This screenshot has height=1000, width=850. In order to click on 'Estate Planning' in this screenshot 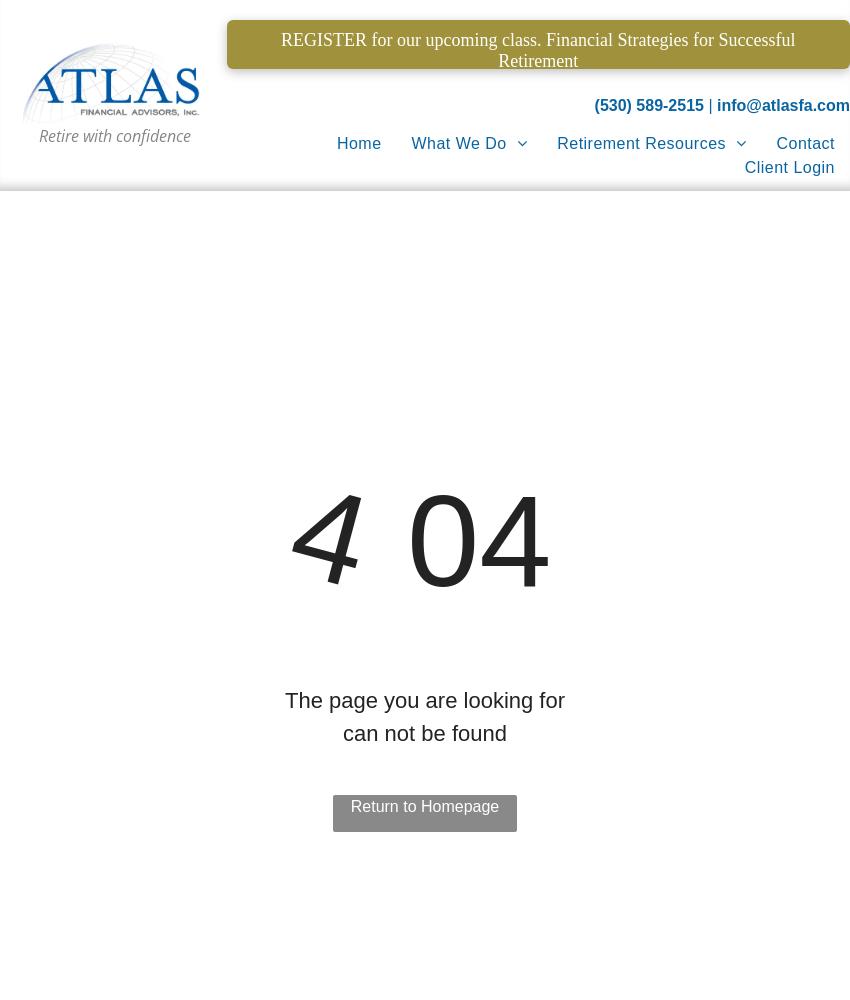, I will do `click(425, 282)`.